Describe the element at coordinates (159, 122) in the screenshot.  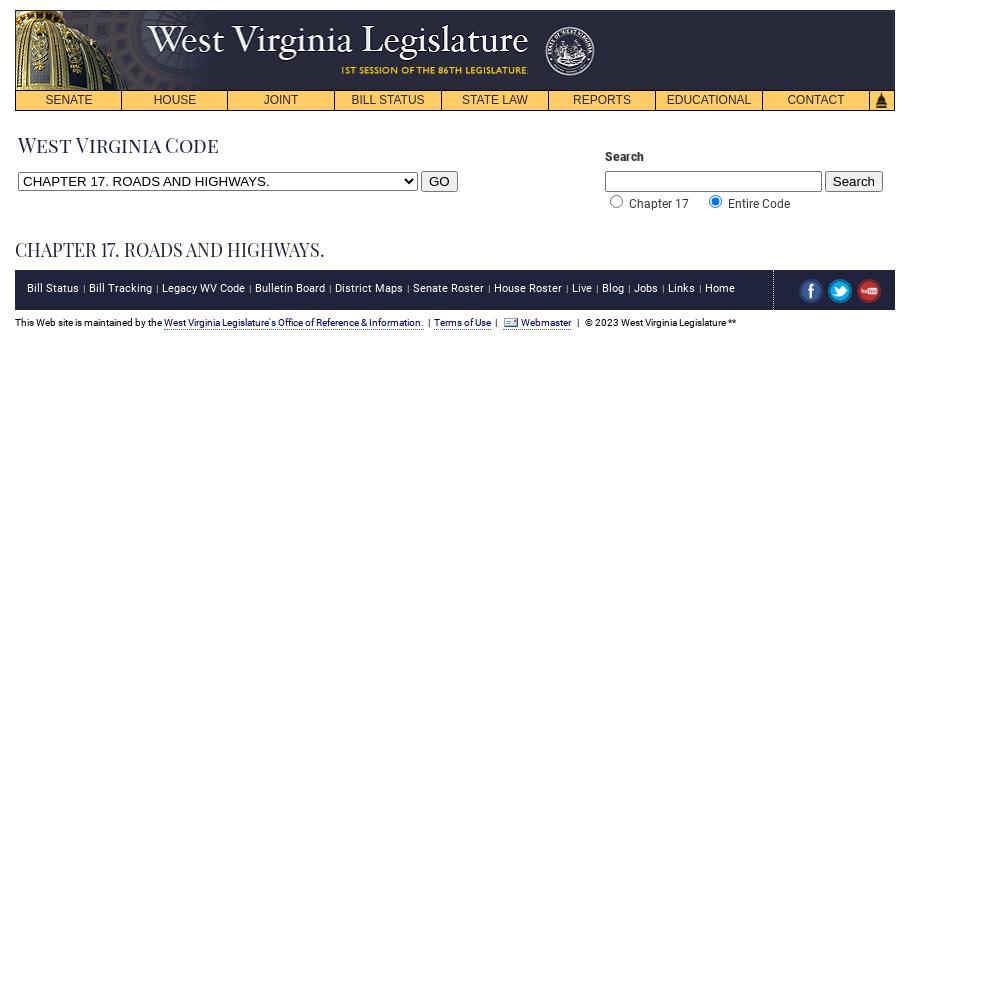
I see `'SPEAKER'` at that location.